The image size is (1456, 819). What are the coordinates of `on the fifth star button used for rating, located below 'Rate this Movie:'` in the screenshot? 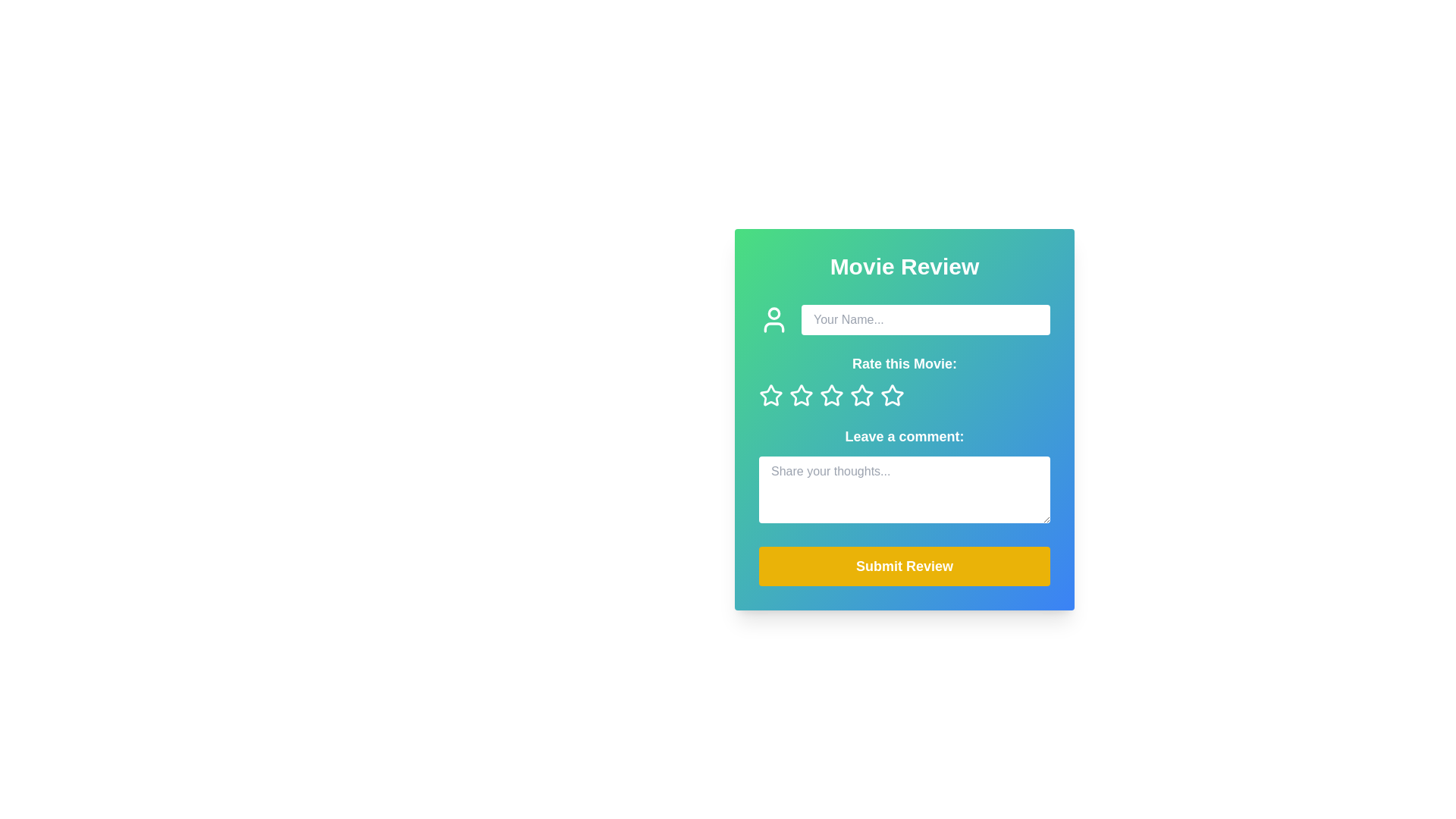 It's located at (892, 394).